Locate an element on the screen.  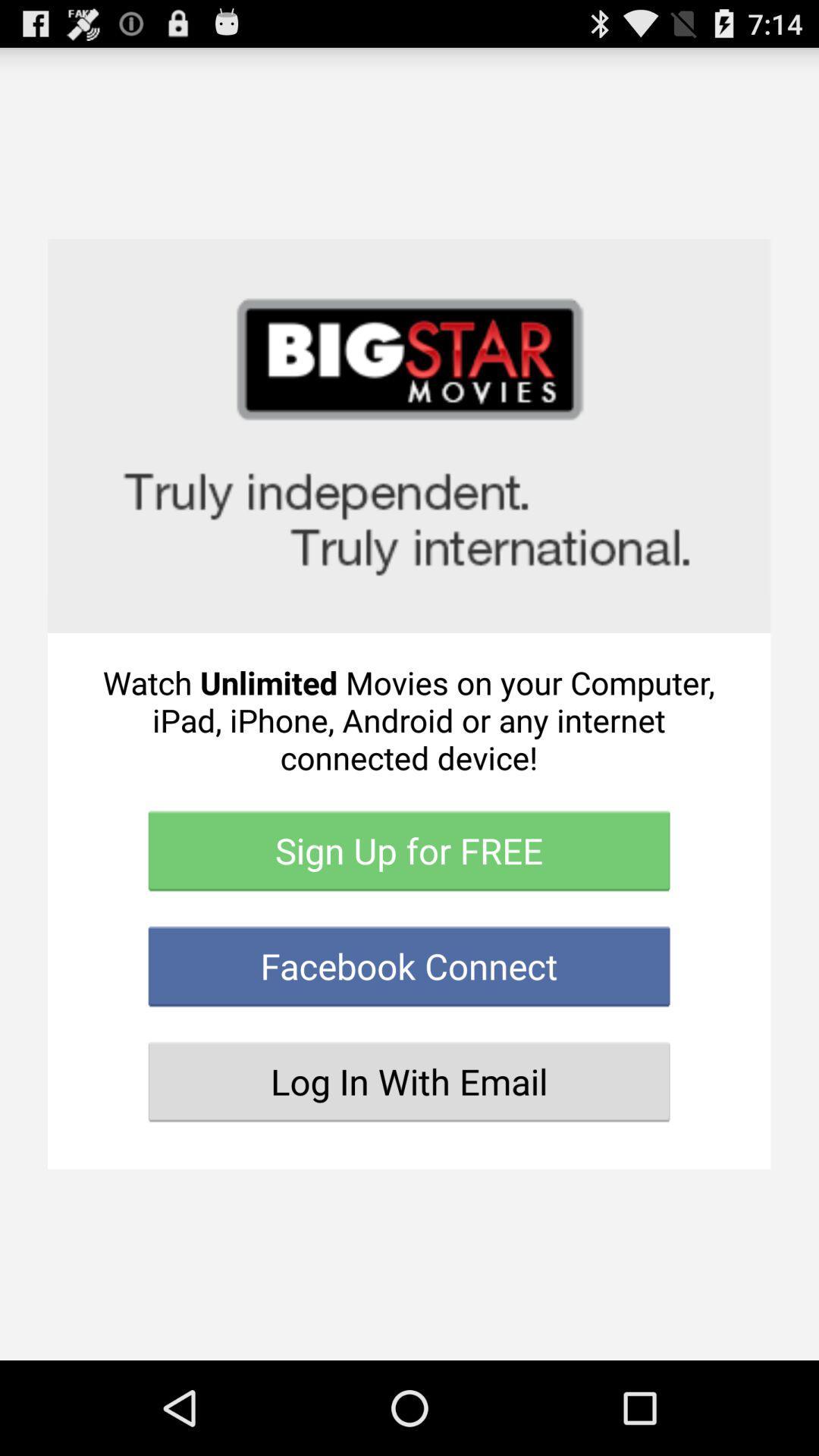
sign up for is located at coordinates (408, 851).